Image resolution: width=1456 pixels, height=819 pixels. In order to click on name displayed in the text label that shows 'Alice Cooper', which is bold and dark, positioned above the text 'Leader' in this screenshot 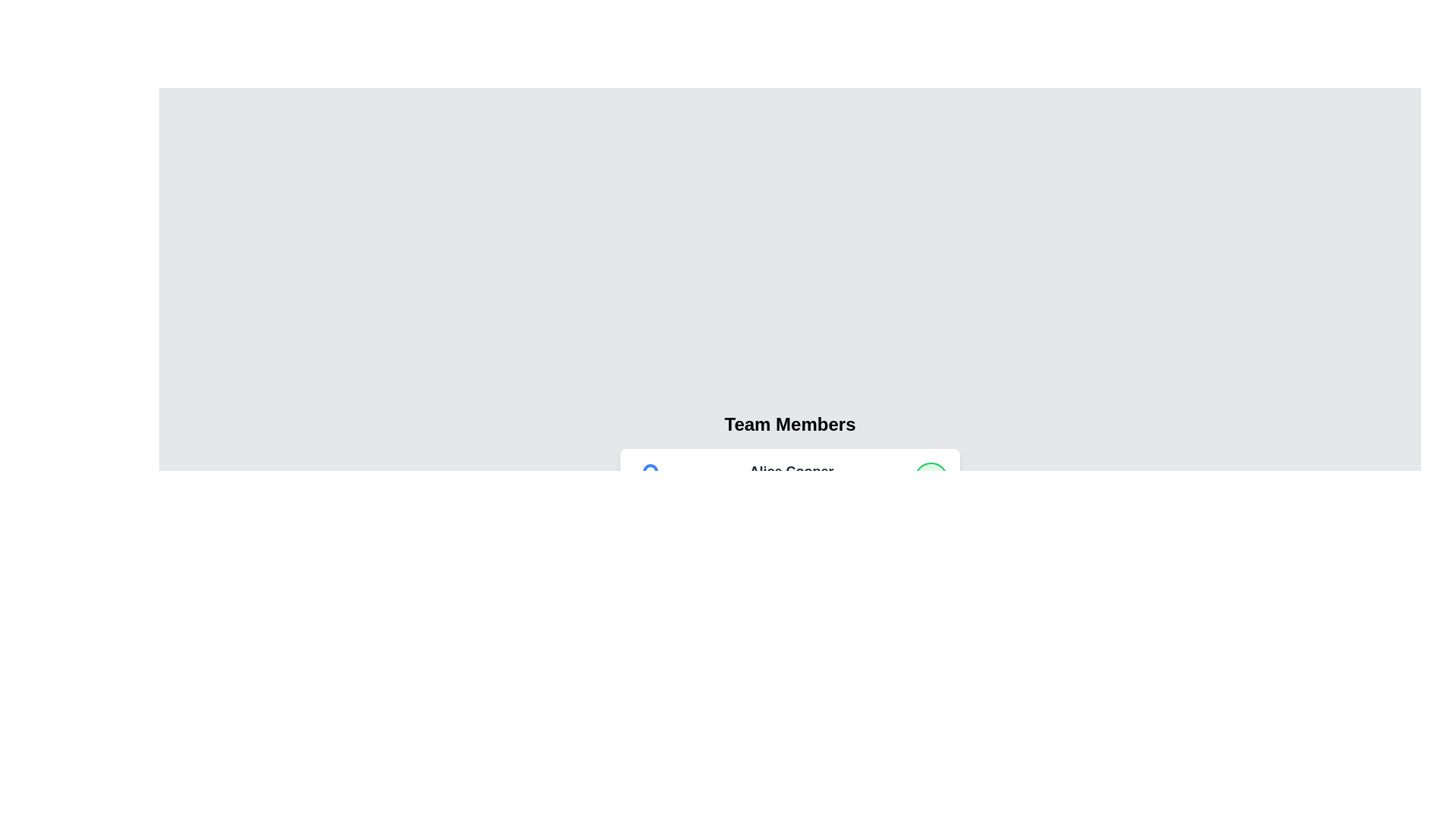, I will do `click(790, 470)`.